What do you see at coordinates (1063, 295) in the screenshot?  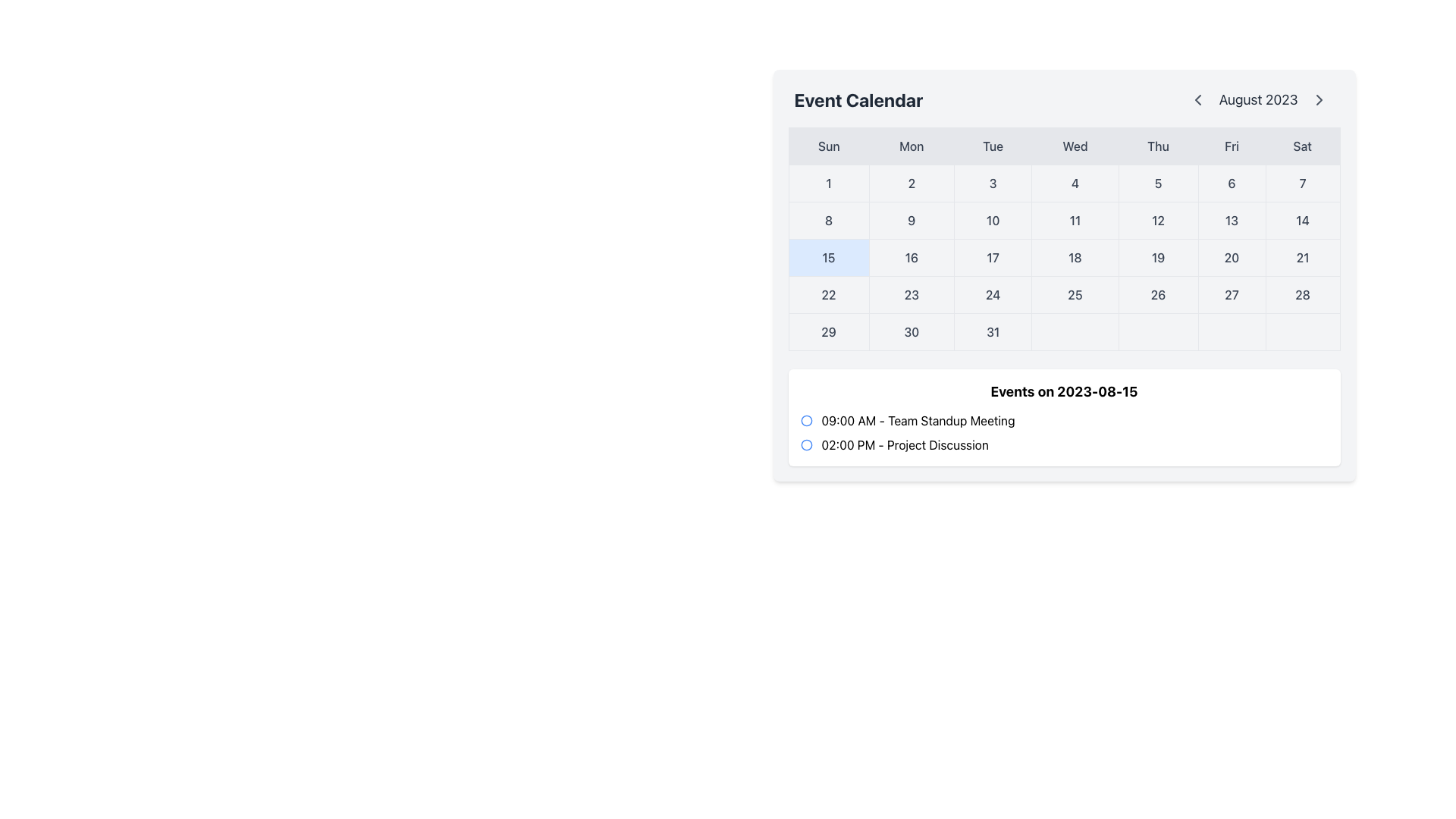 I see `the highlighted date '25' in the fourth row of the calendar day labels` at bounding box center [1063, 295].